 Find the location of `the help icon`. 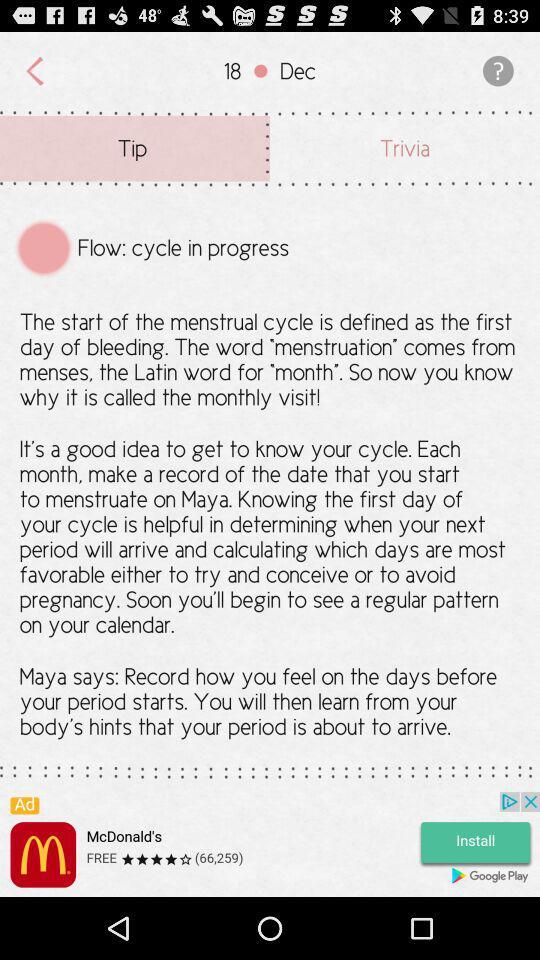

the help icon is located at coordinates (494, 75).